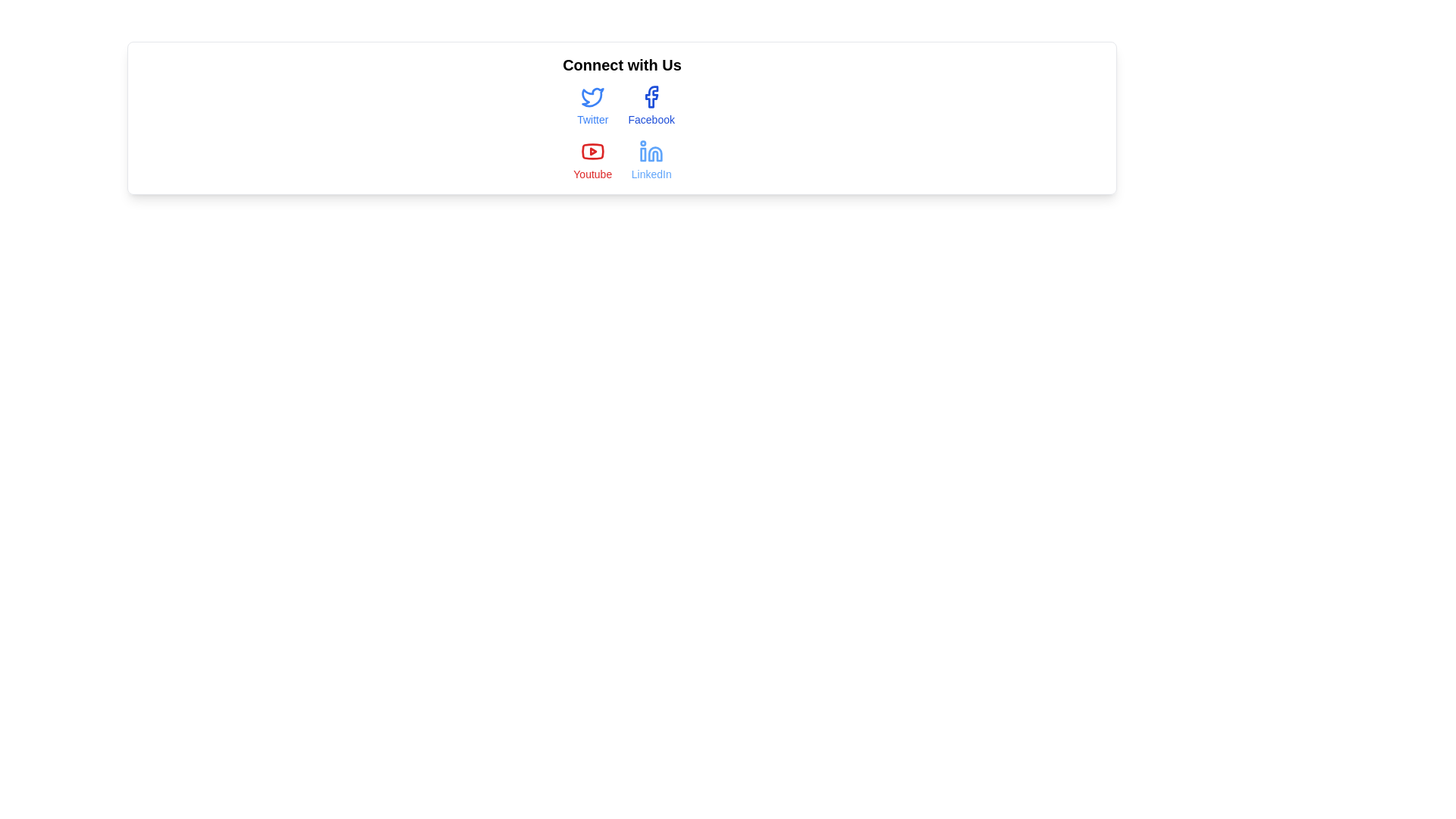 This screenshot has width=1456, height=819. What do you see at coordinates (591, 96) in the screenshot?
I see `the Twitter icon, which is a blue outlined bird icon located in the 'Connect with Us' section above the text label 'Twitter'` at bounding box center [591, 96].